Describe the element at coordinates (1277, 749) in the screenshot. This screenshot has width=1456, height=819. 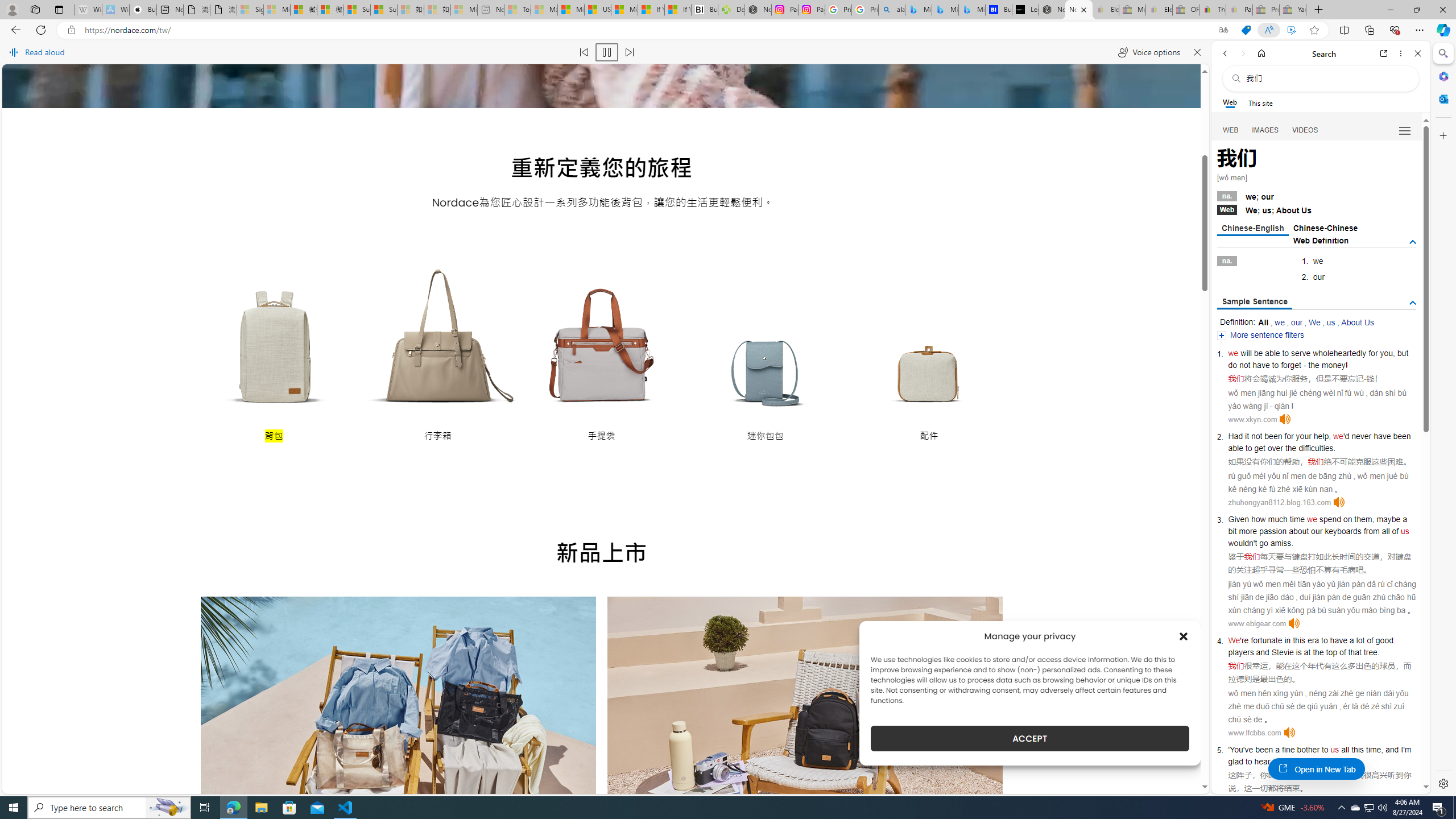
I see `'a'` at that location.